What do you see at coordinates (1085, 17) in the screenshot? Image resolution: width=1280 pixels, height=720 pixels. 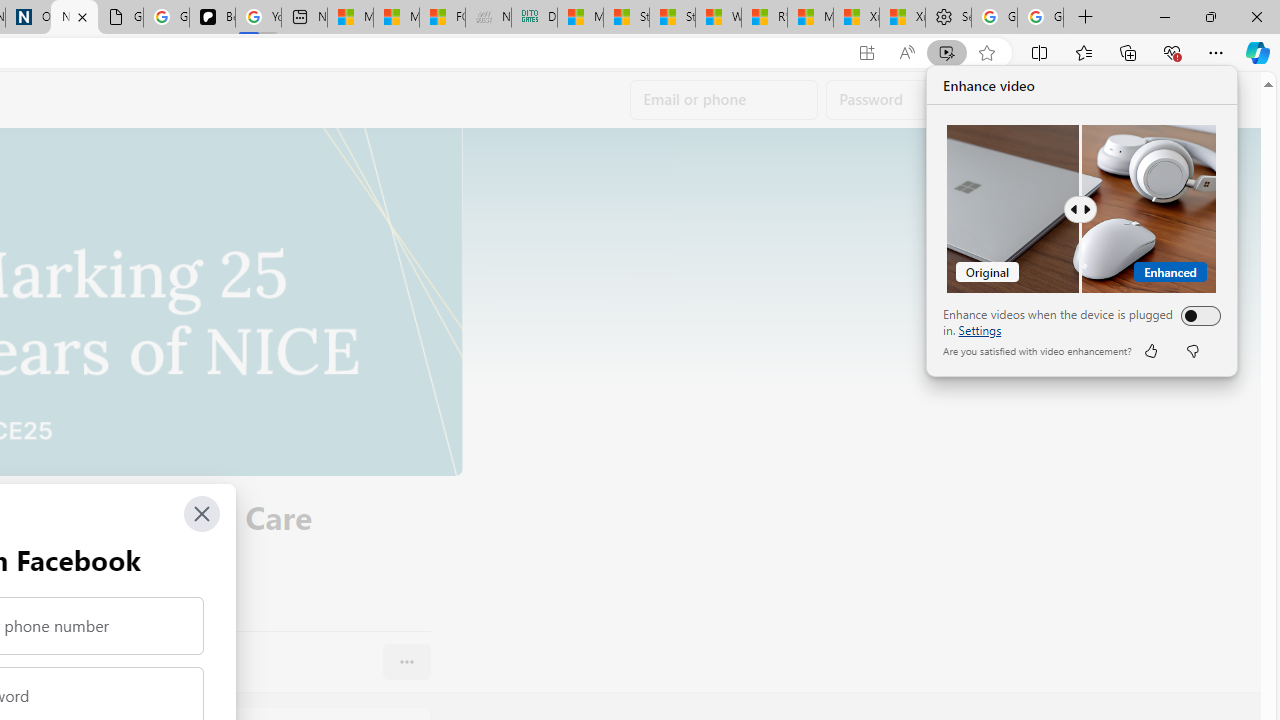 I see `'New Tab'` at bounding box center [1085, 17].